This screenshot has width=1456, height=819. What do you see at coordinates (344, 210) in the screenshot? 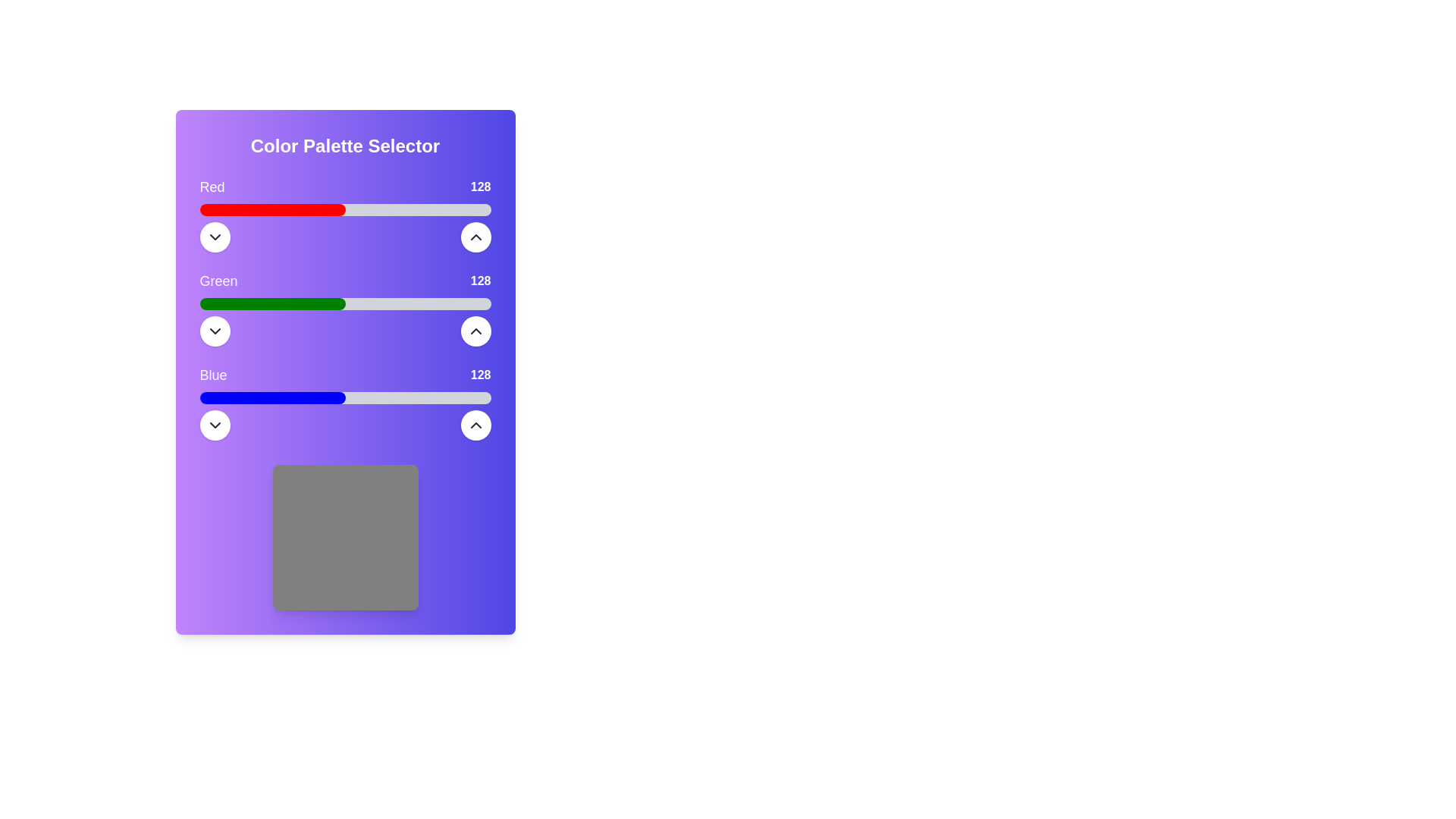
I see `the first progress bar representing the red color intensity, located below the text 'Red128'` at bounding box center [344, 210].